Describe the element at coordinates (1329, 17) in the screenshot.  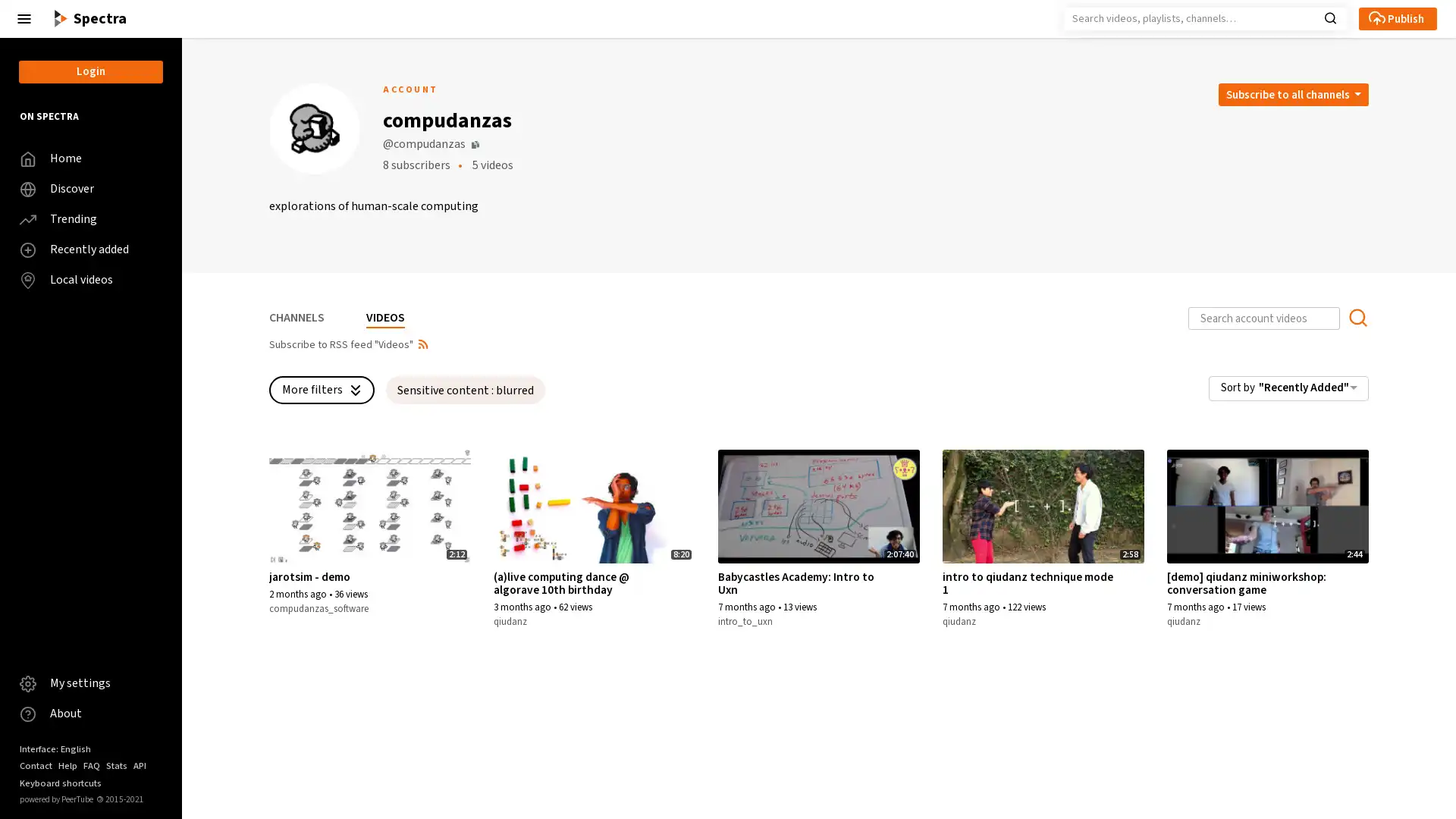
I see `Search` at that location.